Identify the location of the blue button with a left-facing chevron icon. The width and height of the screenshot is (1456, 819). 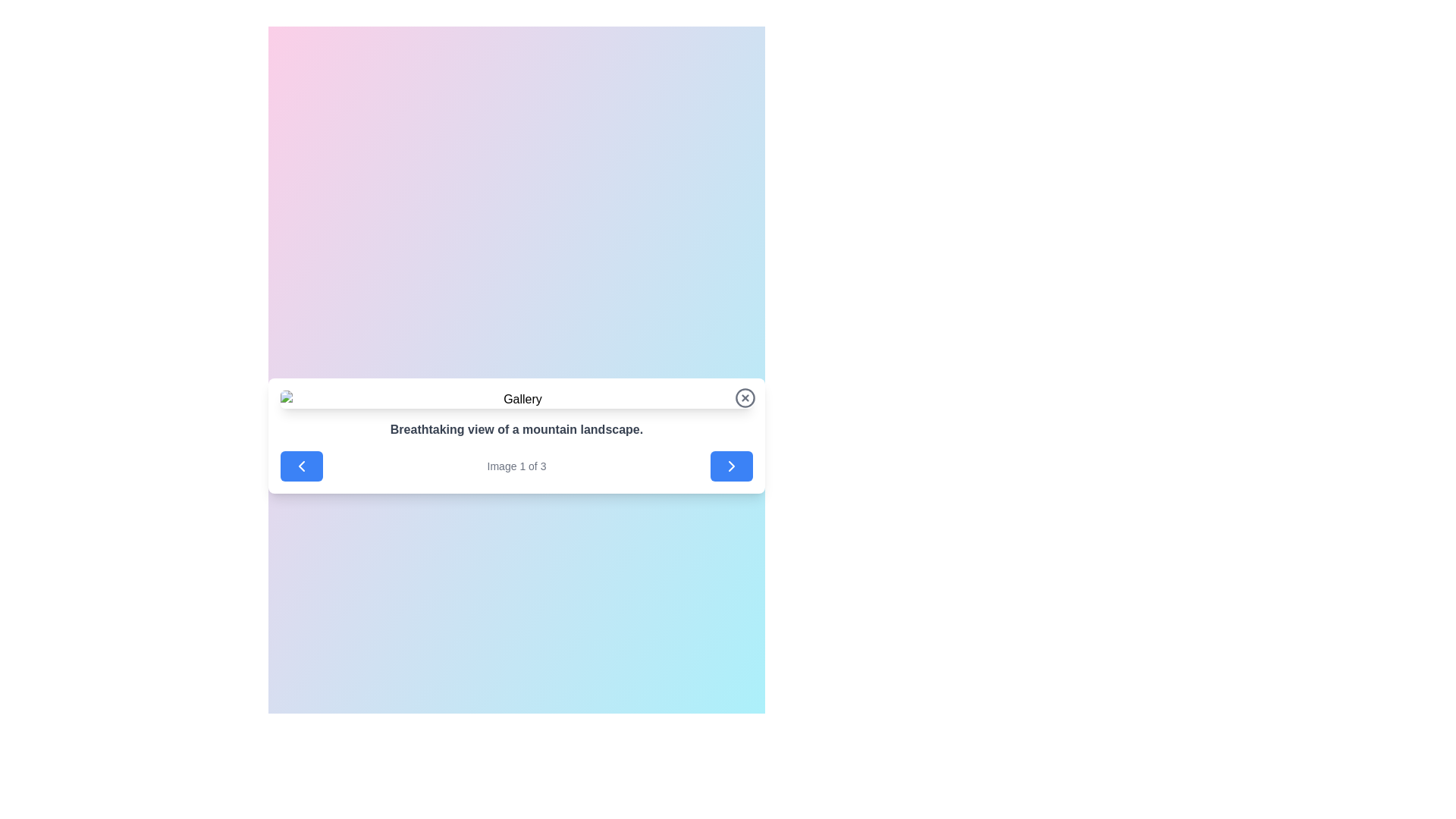
(302, 465).